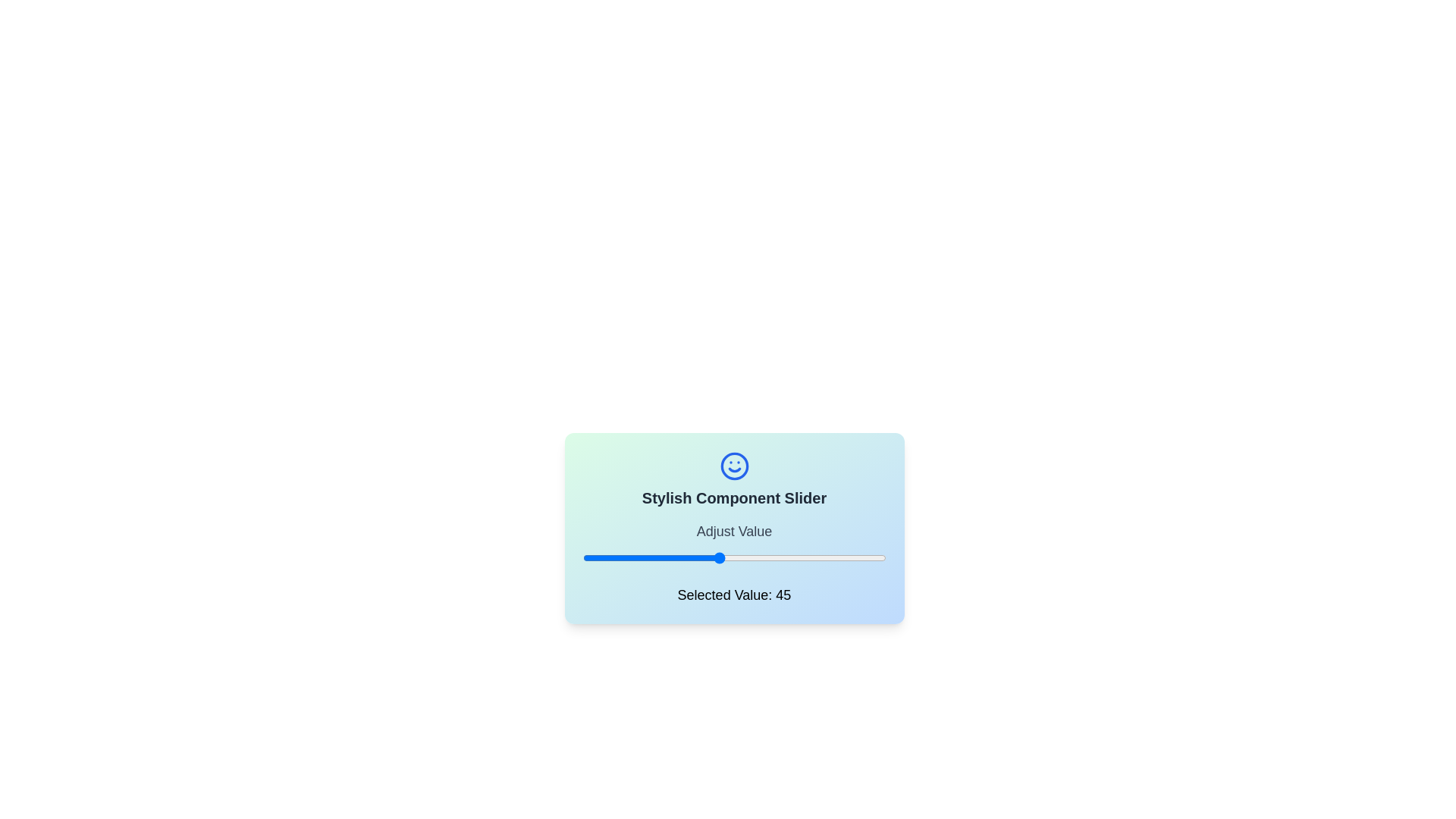 The width and height of the screenshot is (1456, 819). What do you see at coordinates (777, 558) in the screenshot?
I see `the slider to set its value to 64` at bounding box center [777, 558].